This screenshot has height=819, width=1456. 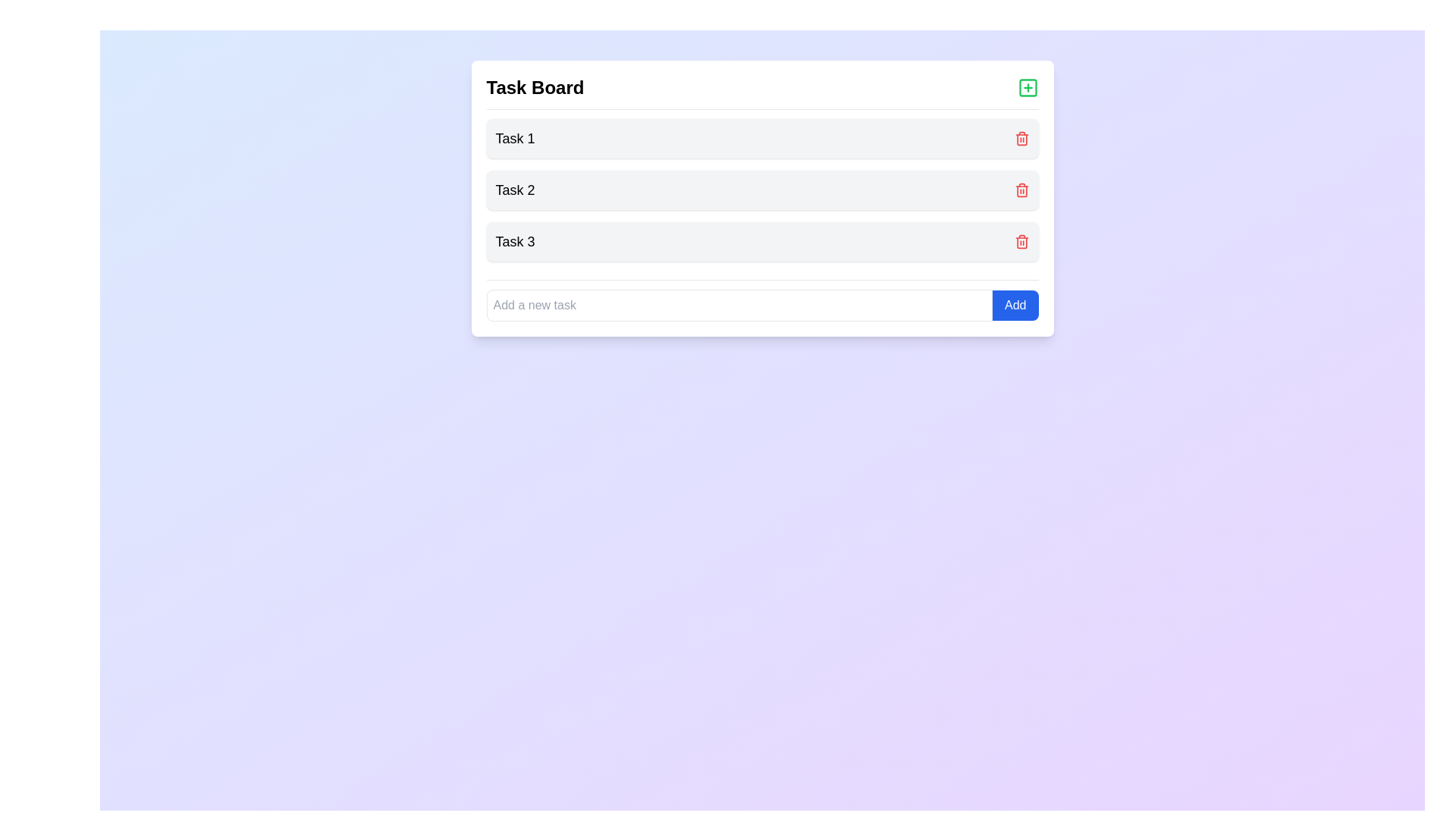 I want to click on the red trash icon representing the delete function for 'Task 2' in the task list interface, so click(x=1021, y=140).